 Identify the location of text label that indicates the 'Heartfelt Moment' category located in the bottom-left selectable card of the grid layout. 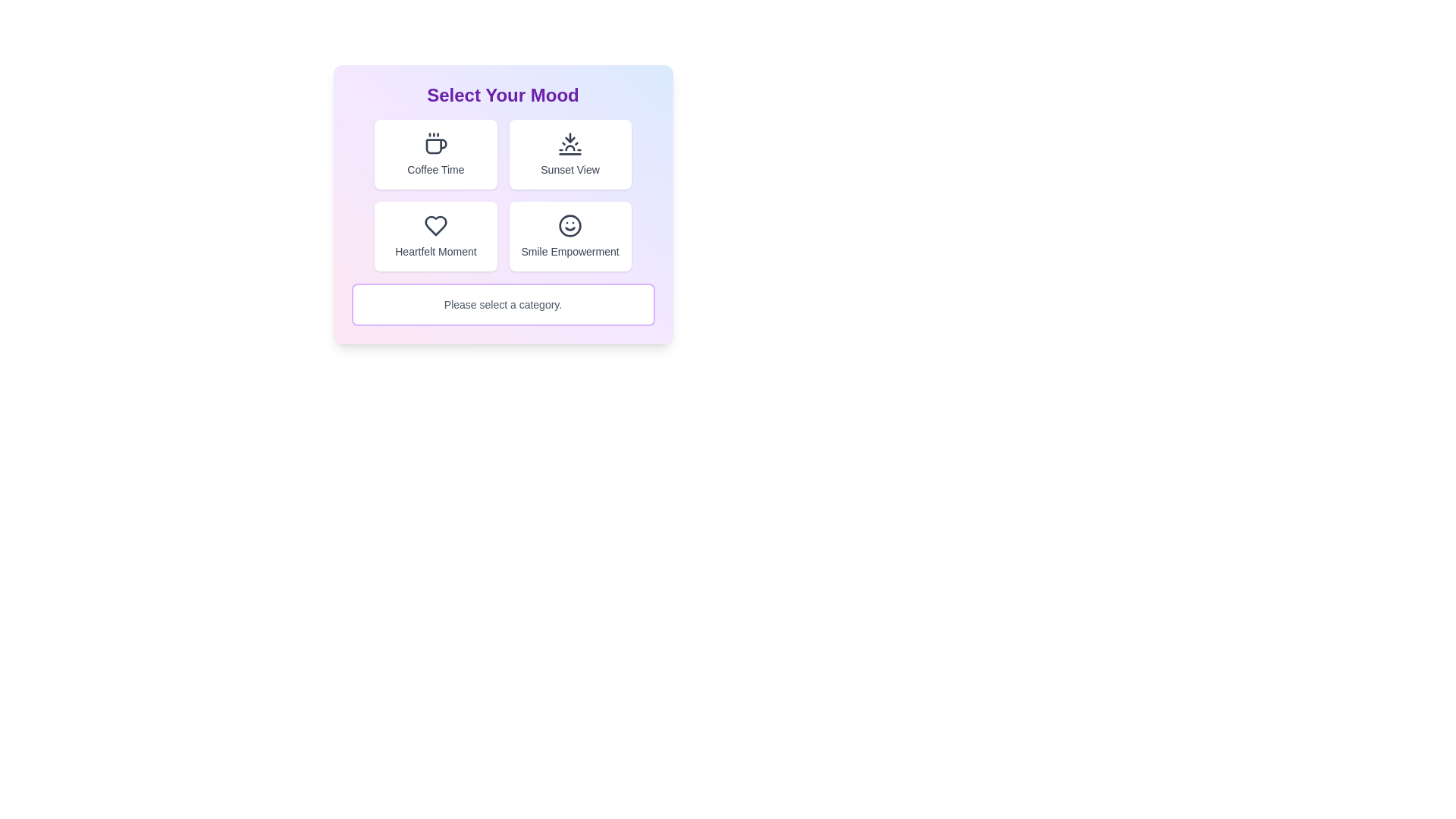
(435, 250).